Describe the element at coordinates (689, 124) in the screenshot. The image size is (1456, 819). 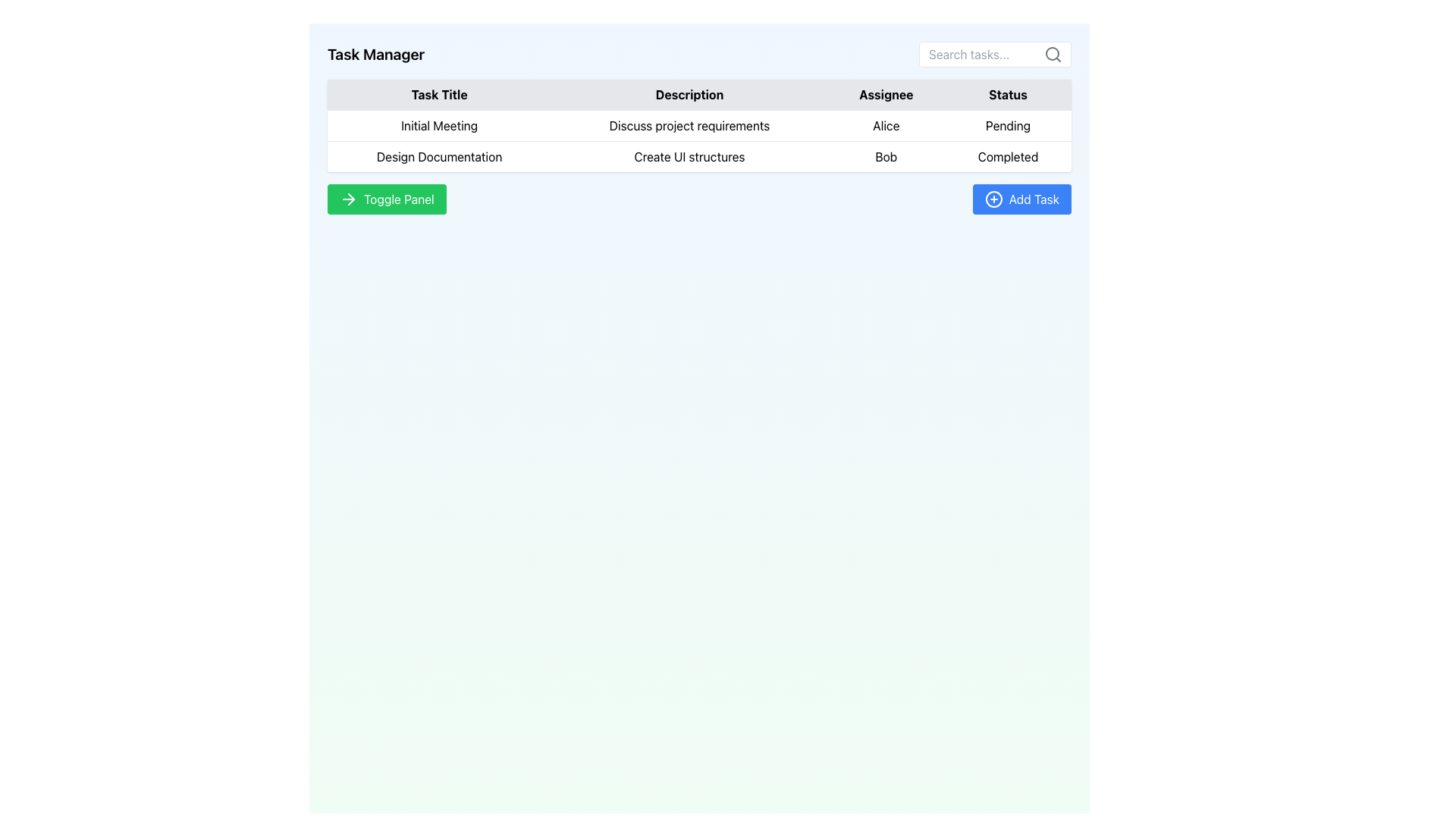
I see `the Text Label in the second column of the first data row, which describes the task's objective` at that location.